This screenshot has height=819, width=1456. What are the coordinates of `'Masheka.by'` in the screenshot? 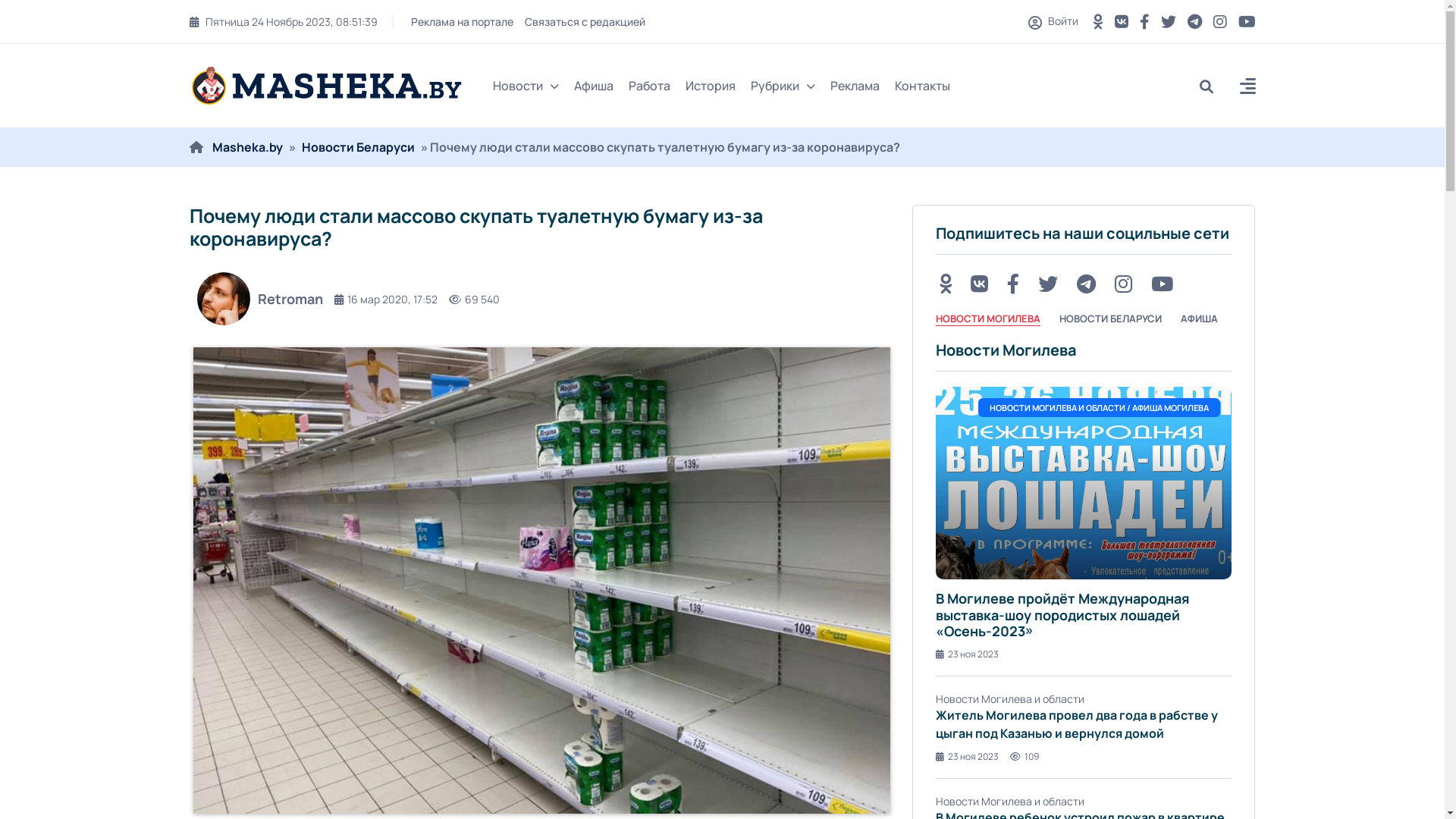 It's located at (247, 146).